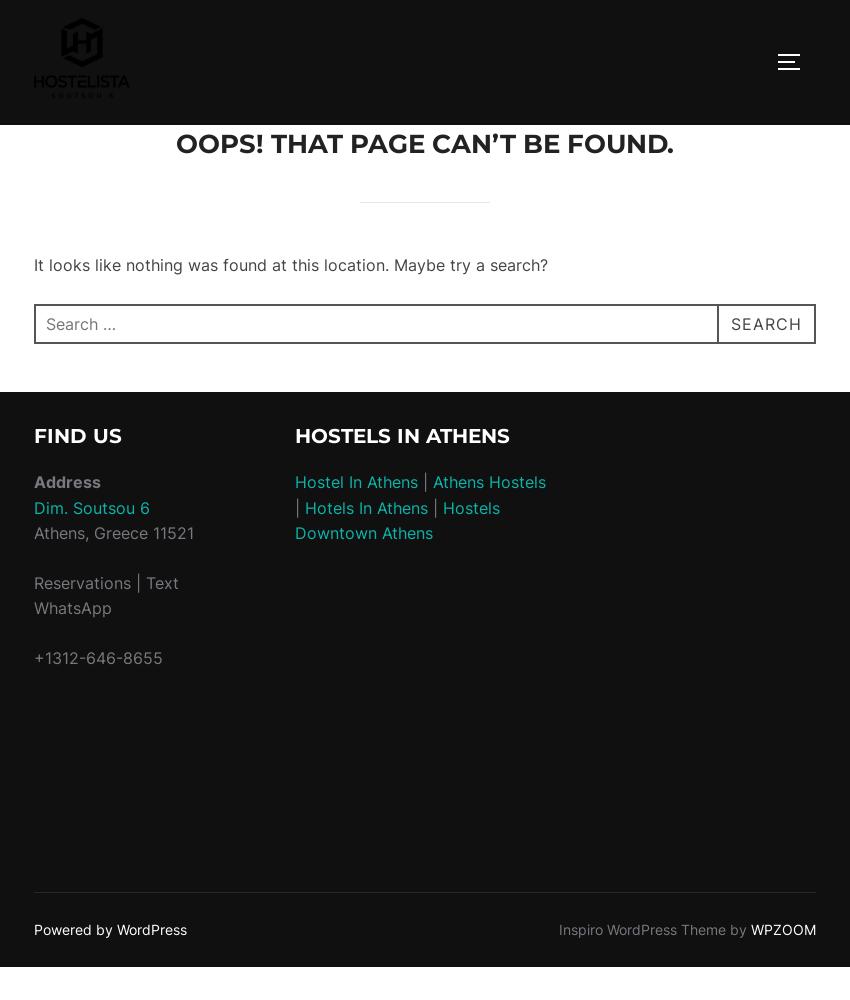  I want to click on 'Hostels In Athens', so click(401, 435).